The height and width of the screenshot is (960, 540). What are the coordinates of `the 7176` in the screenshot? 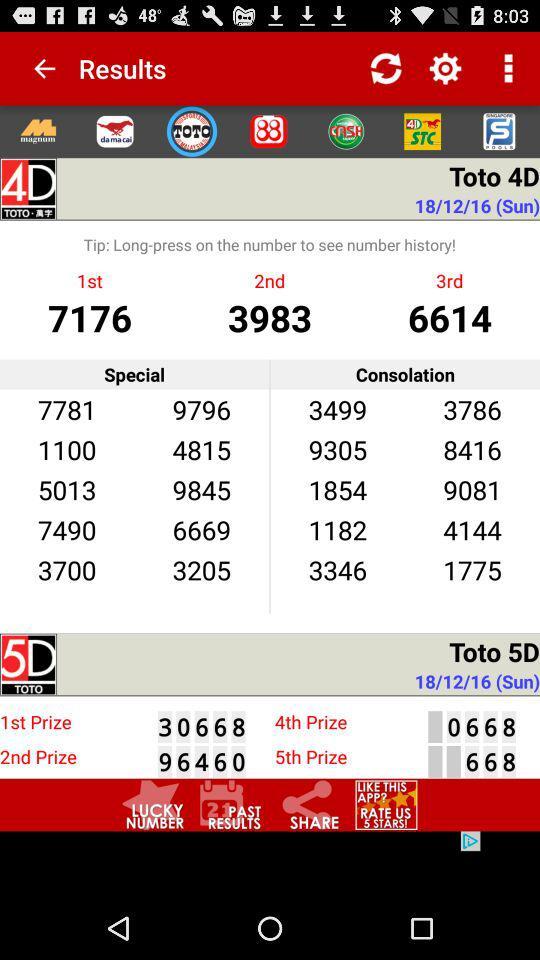 It's located at (89, 317).